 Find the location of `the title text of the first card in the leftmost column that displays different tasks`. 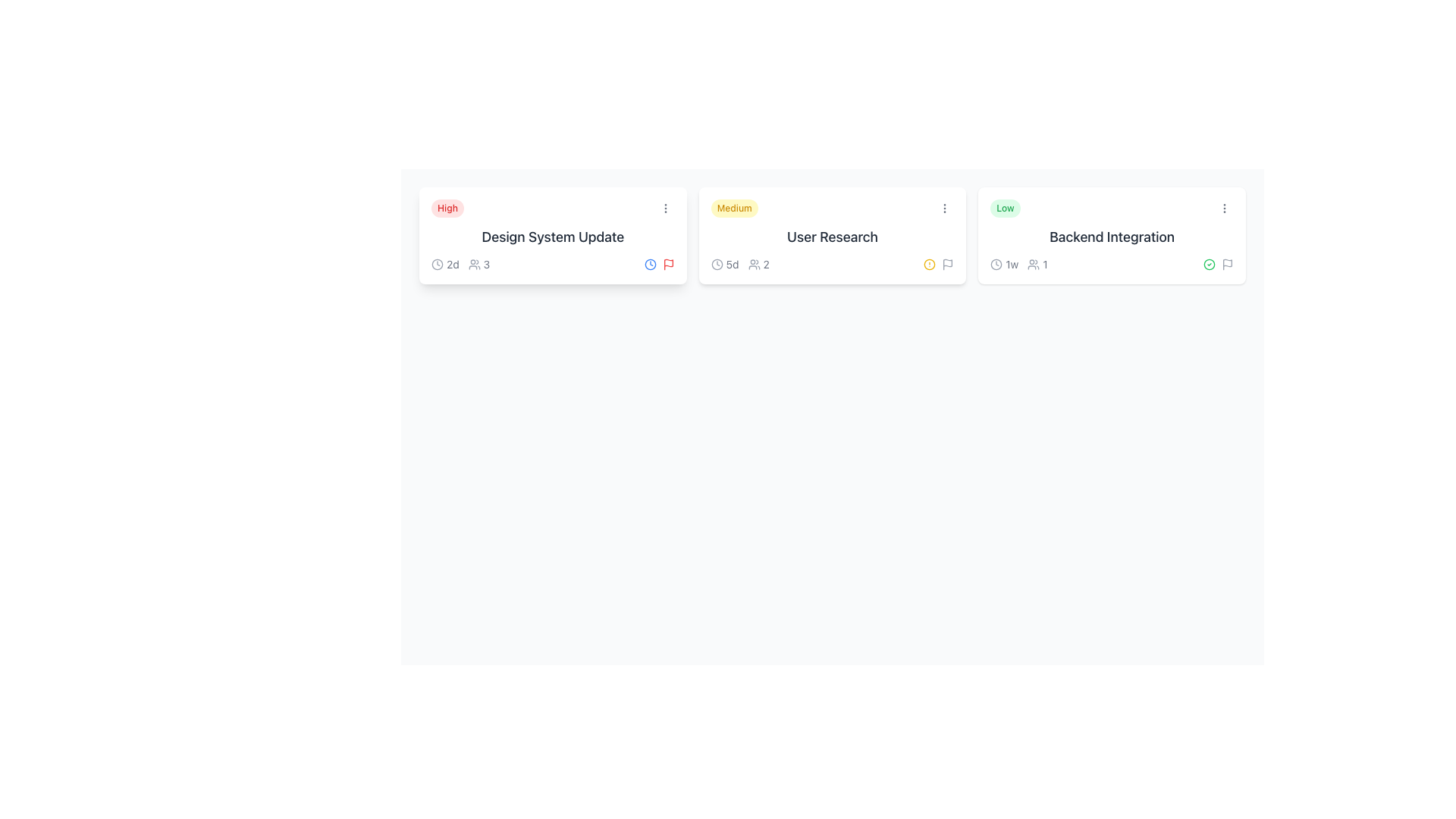

the title text of the first card in the leftmost column that displays different tasks is located at coordinates (552, 237).